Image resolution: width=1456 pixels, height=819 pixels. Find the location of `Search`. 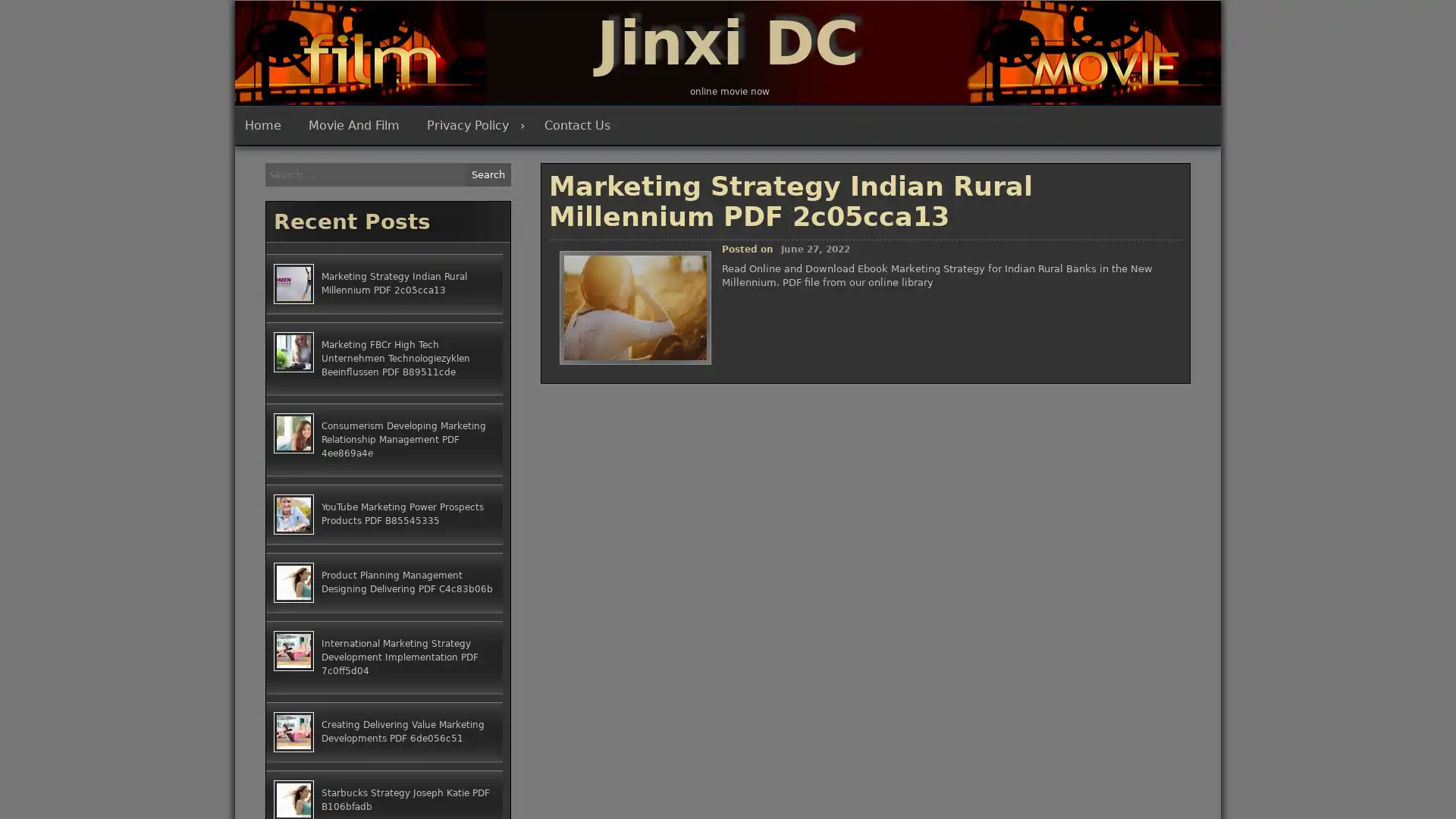

Search is located at coordinates (488, 174).